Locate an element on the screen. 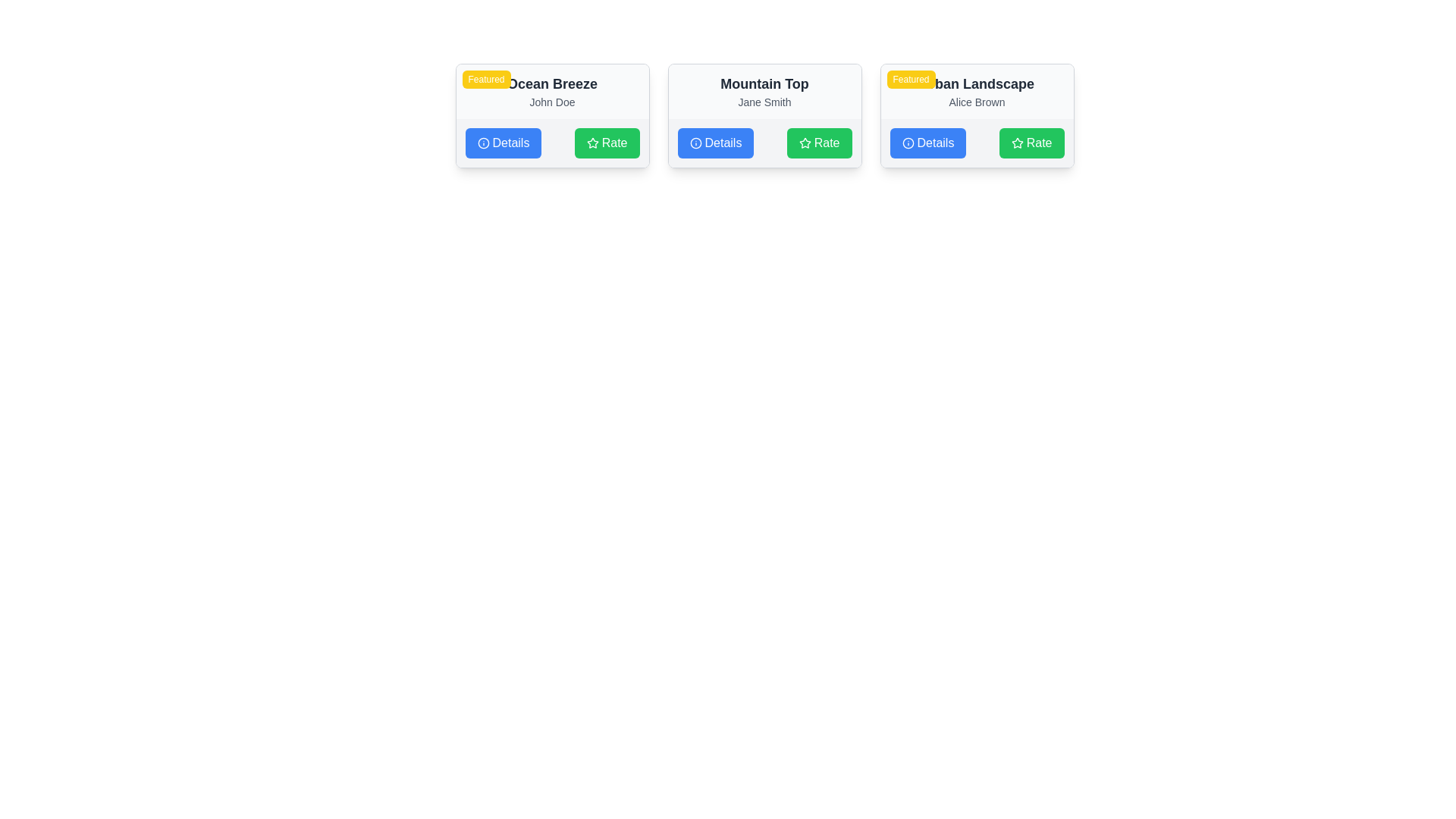 This screenshot has height=819, width=1456. the 'Rate' button located in the bottom-right section of the card labeled 'Ocean Breeze' and 'John Doe' is located at coordinates (607, 143).